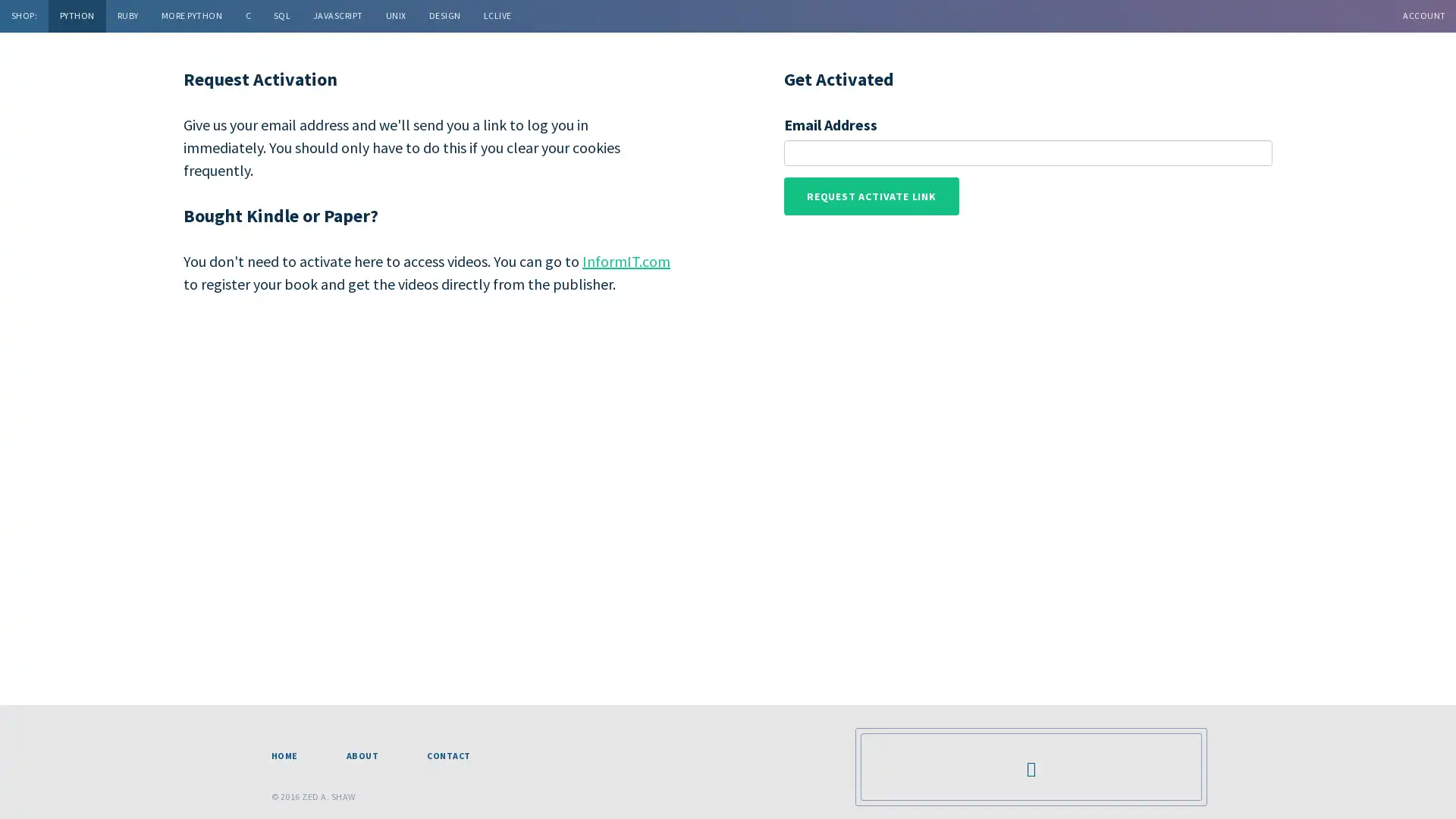 Image resolution: width=1456 pixels, height=819 pixels. Describe the element at coordinates (871, 195) in the screenshot. I see `REQUEST ACTIVATE LINK` at that location.